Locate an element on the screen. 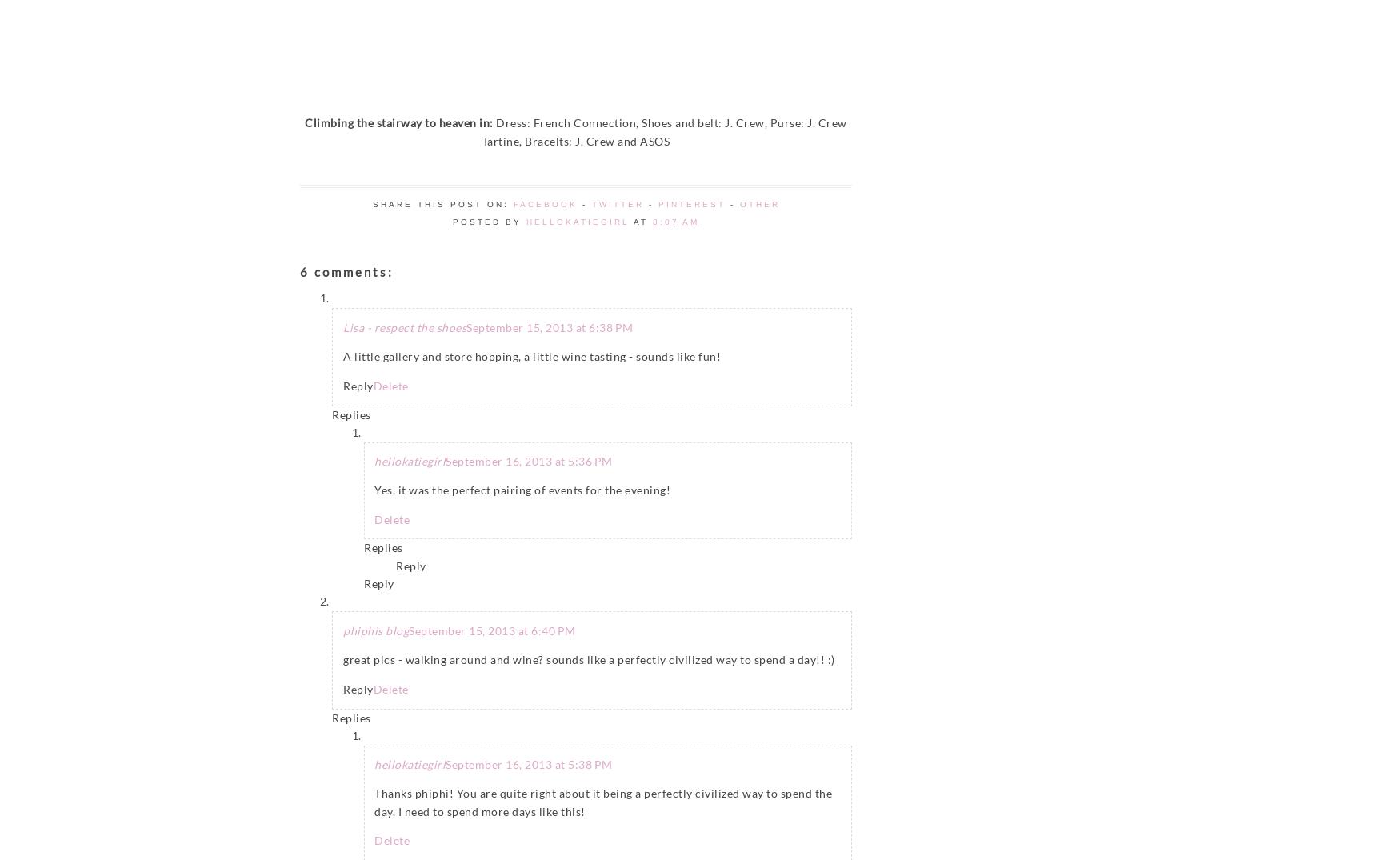  'Yes, it was the perfect pairing of events for the evening!' is located at coordinates (521, 489).